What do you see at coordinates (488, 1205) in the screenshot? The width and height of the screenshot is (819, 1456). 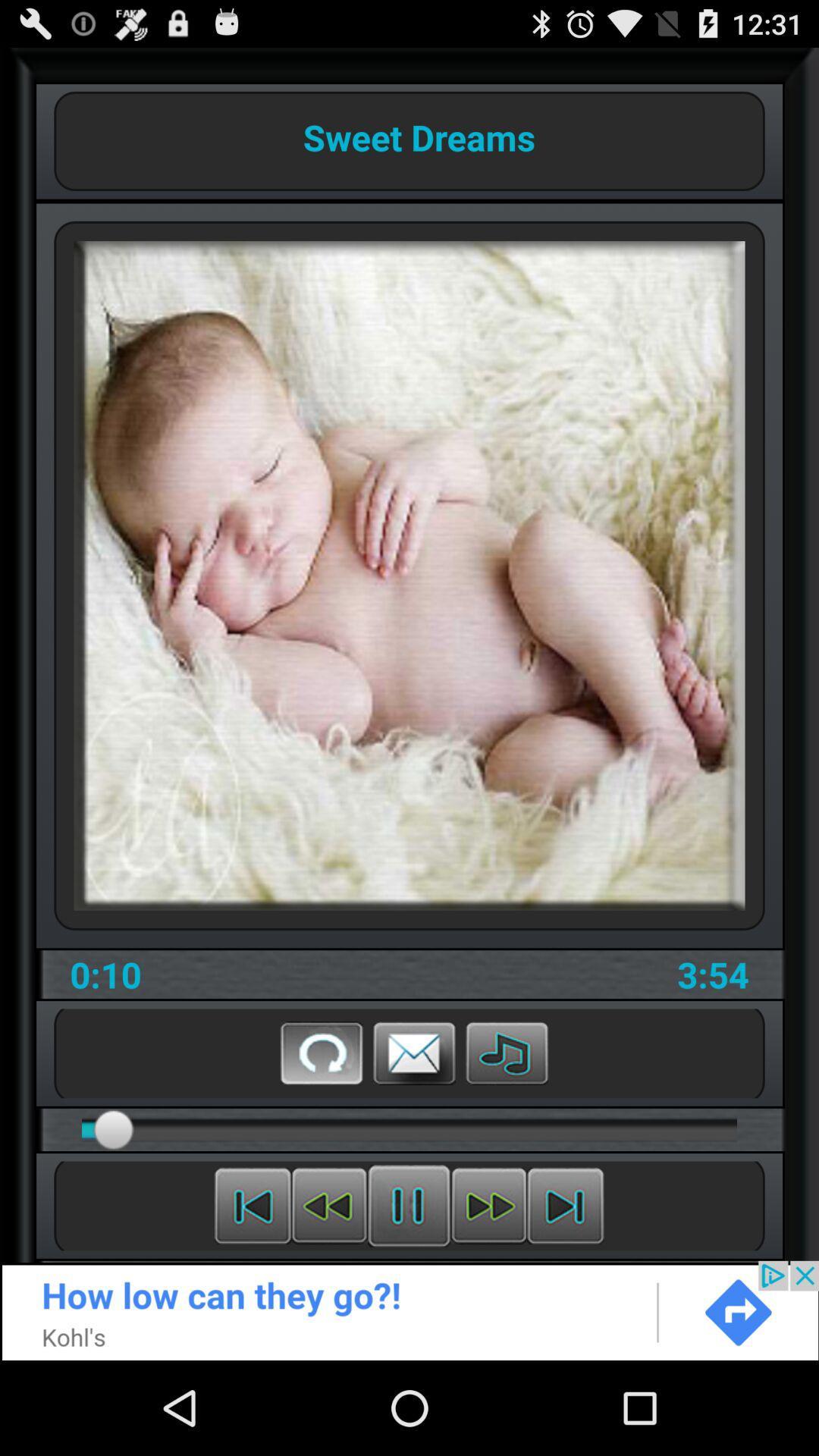 I see `fast forward` at bounding box center [488, 1205].